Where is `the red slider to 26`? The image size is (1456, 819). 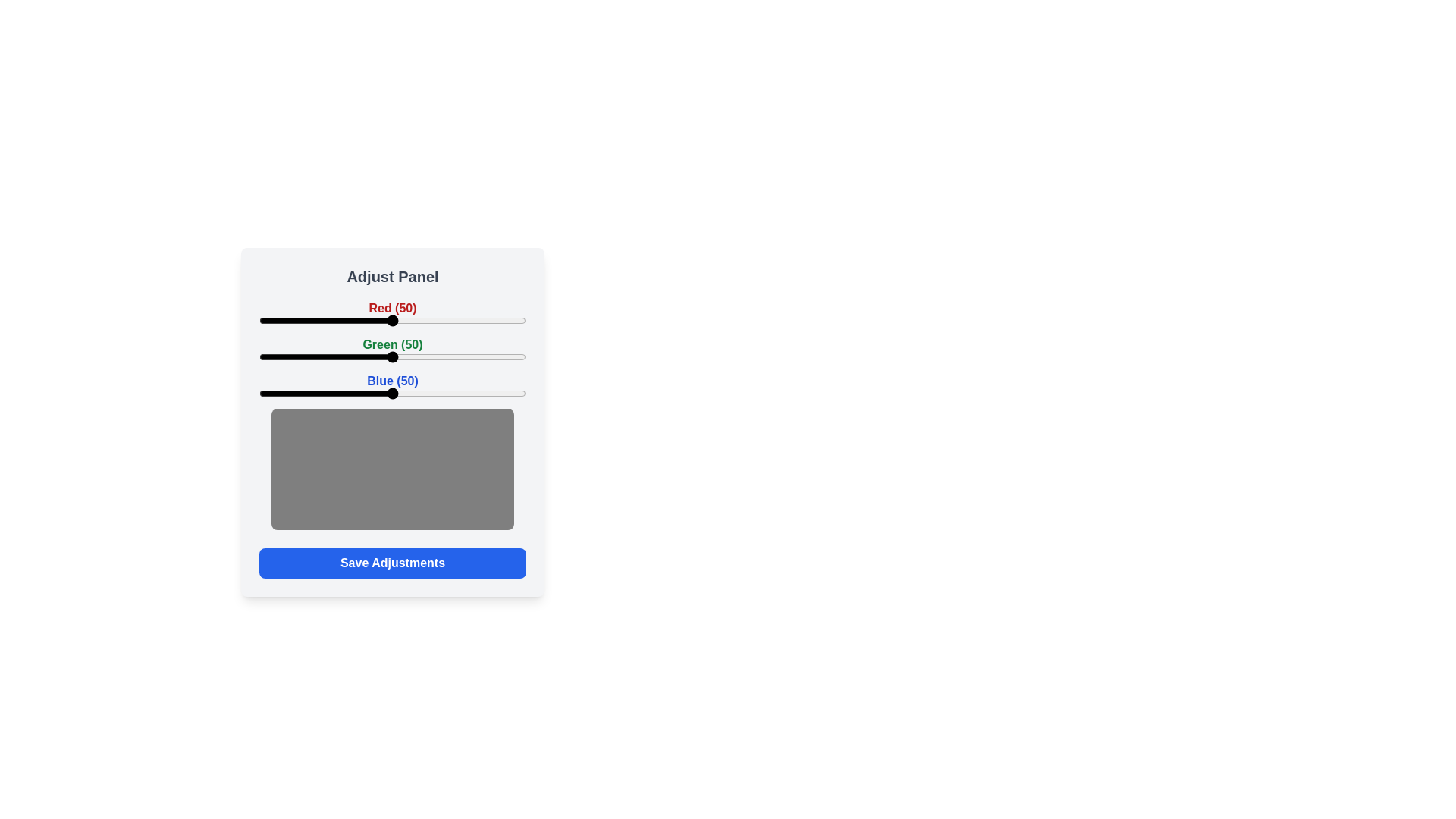 the red slider to 26 is located at coordinates (328, 320).